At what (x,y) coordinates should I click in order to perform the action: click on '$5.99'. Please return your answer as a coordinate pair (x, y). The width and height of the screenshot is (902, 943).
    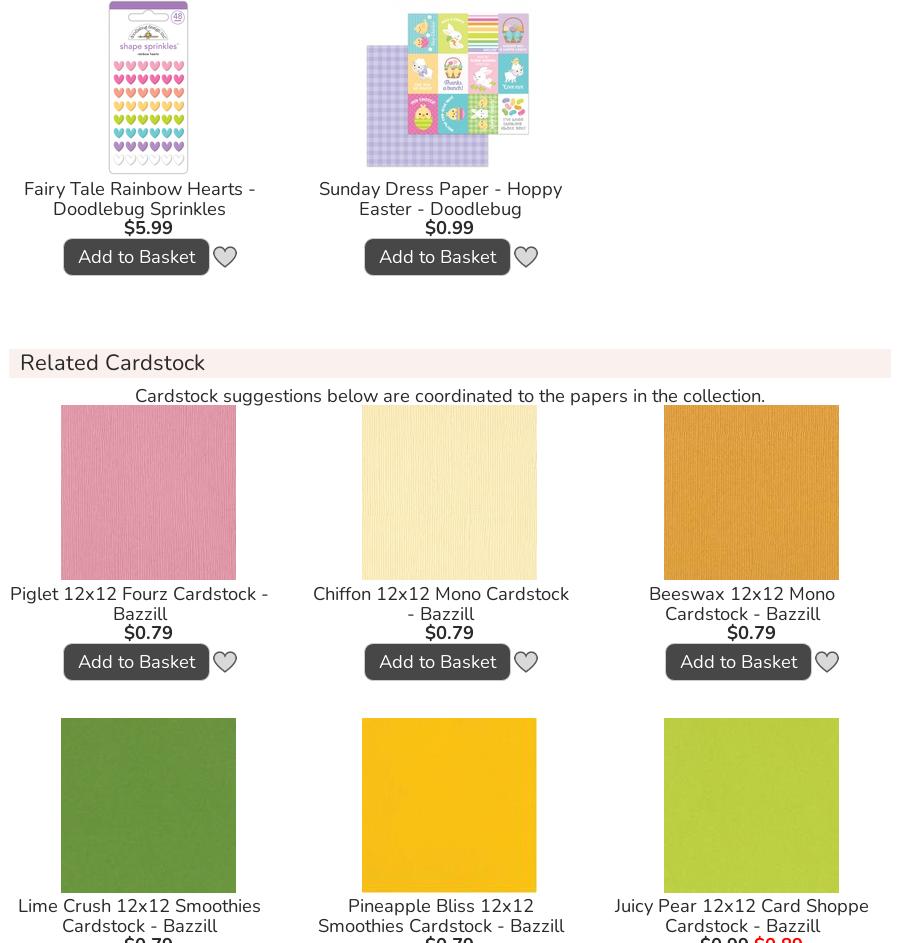
    Looking at the image, I should click on (124, 227).